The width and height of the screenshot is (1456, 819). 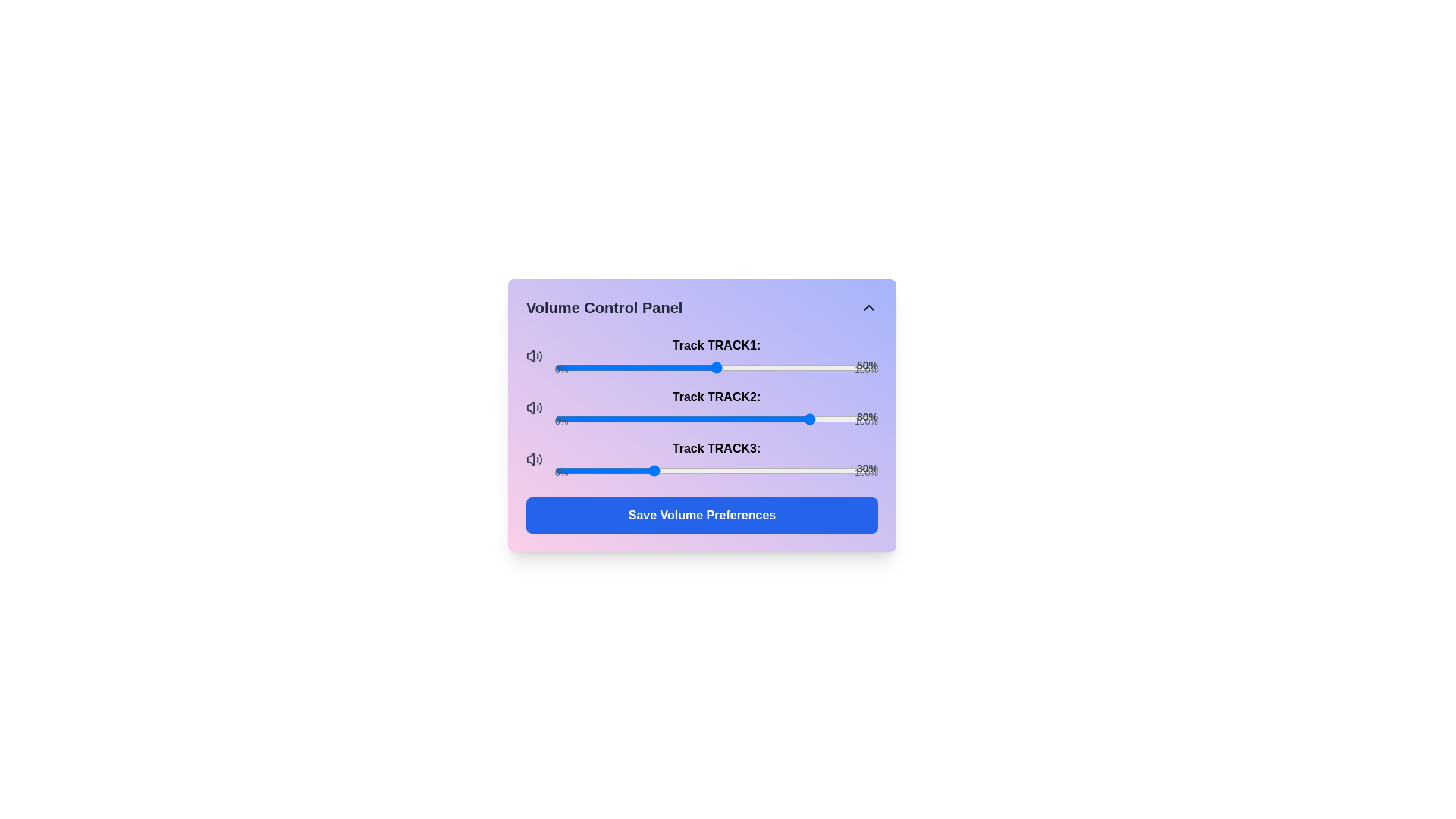 I want to click on the small upward-facing chevron arrow icon button located in the upper-right corner of the 'Volume Control Panel' interface, so click(x=869, y=307).